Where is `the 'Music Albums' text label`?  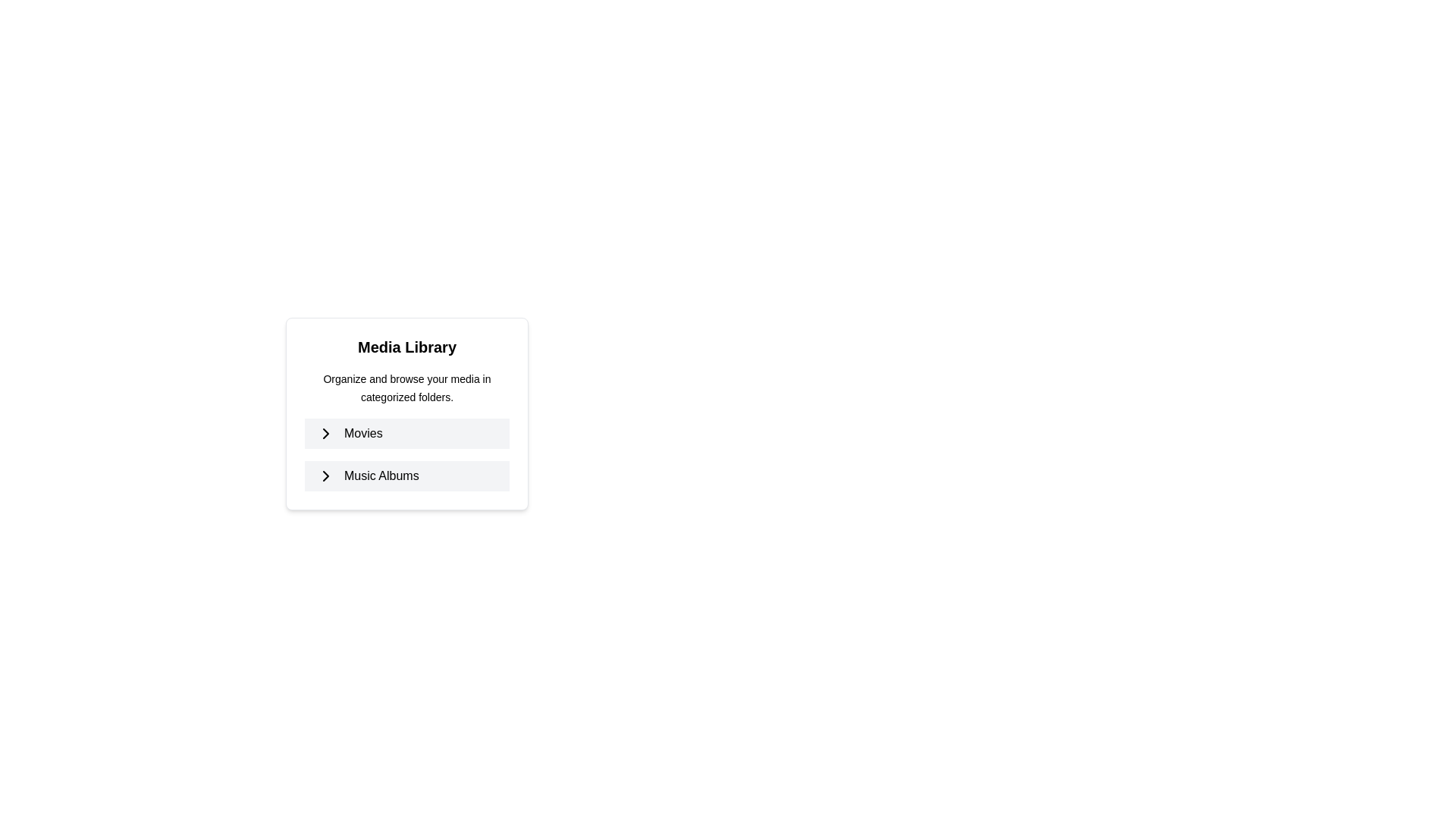
the 'Music Albums' text label is located at coordinates (368, 475).